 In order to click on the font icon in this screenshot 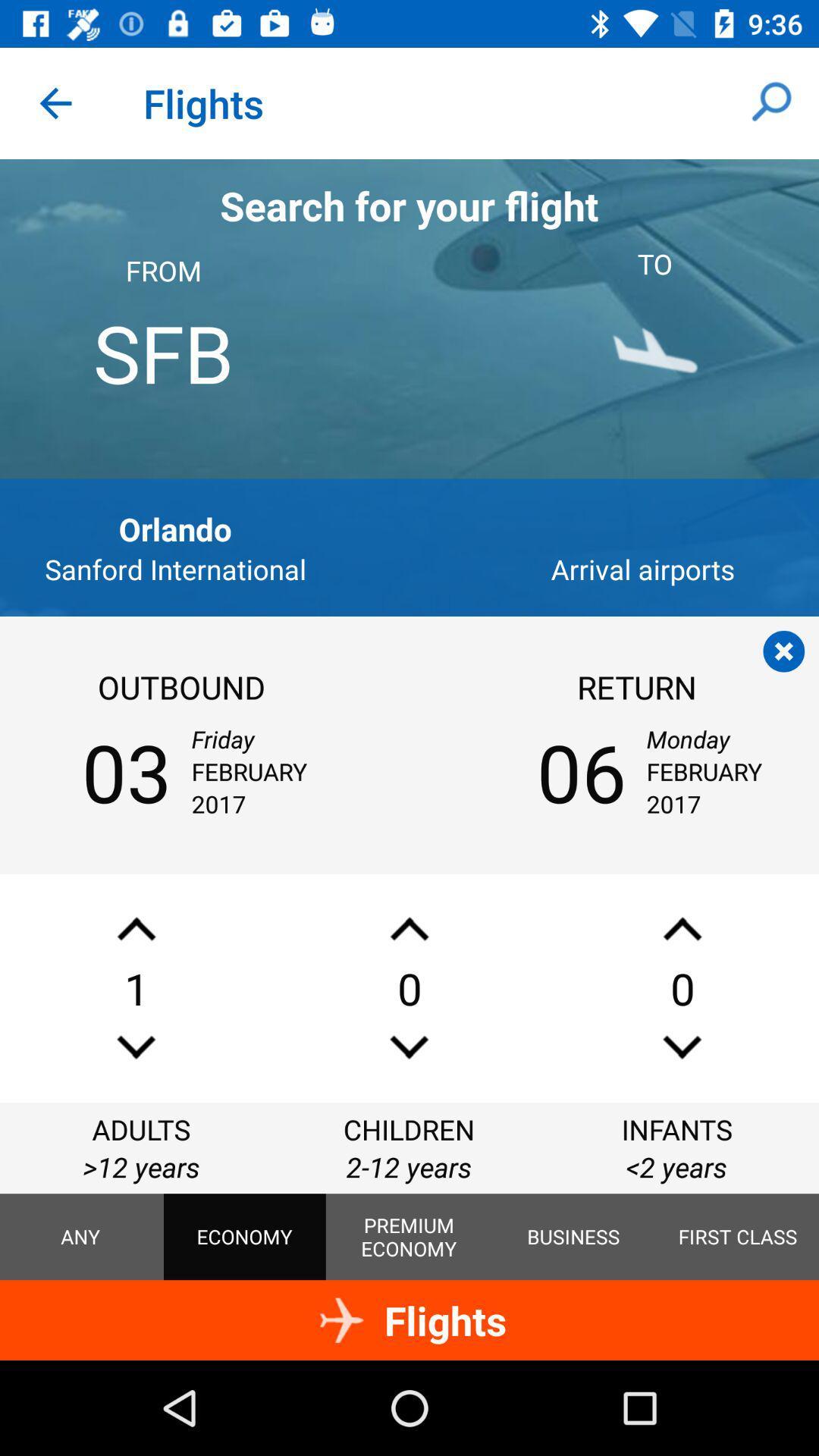, I will do `click(409, 928)`.